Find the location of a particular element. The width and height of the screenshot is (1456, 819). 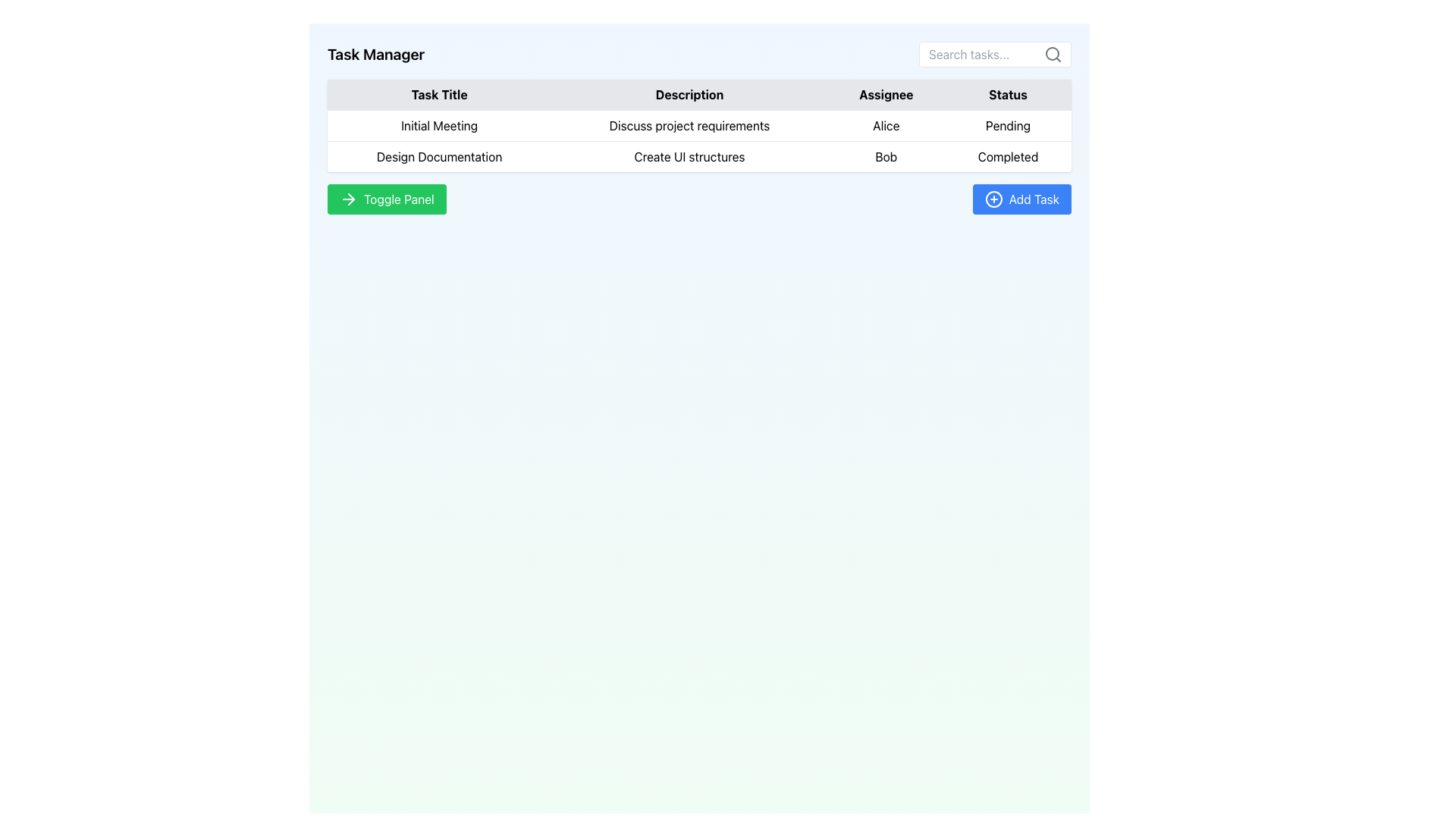

the 'Task Manager' text label located in the top left section of the interface if it is interactive is located at coordinates (376, 54).